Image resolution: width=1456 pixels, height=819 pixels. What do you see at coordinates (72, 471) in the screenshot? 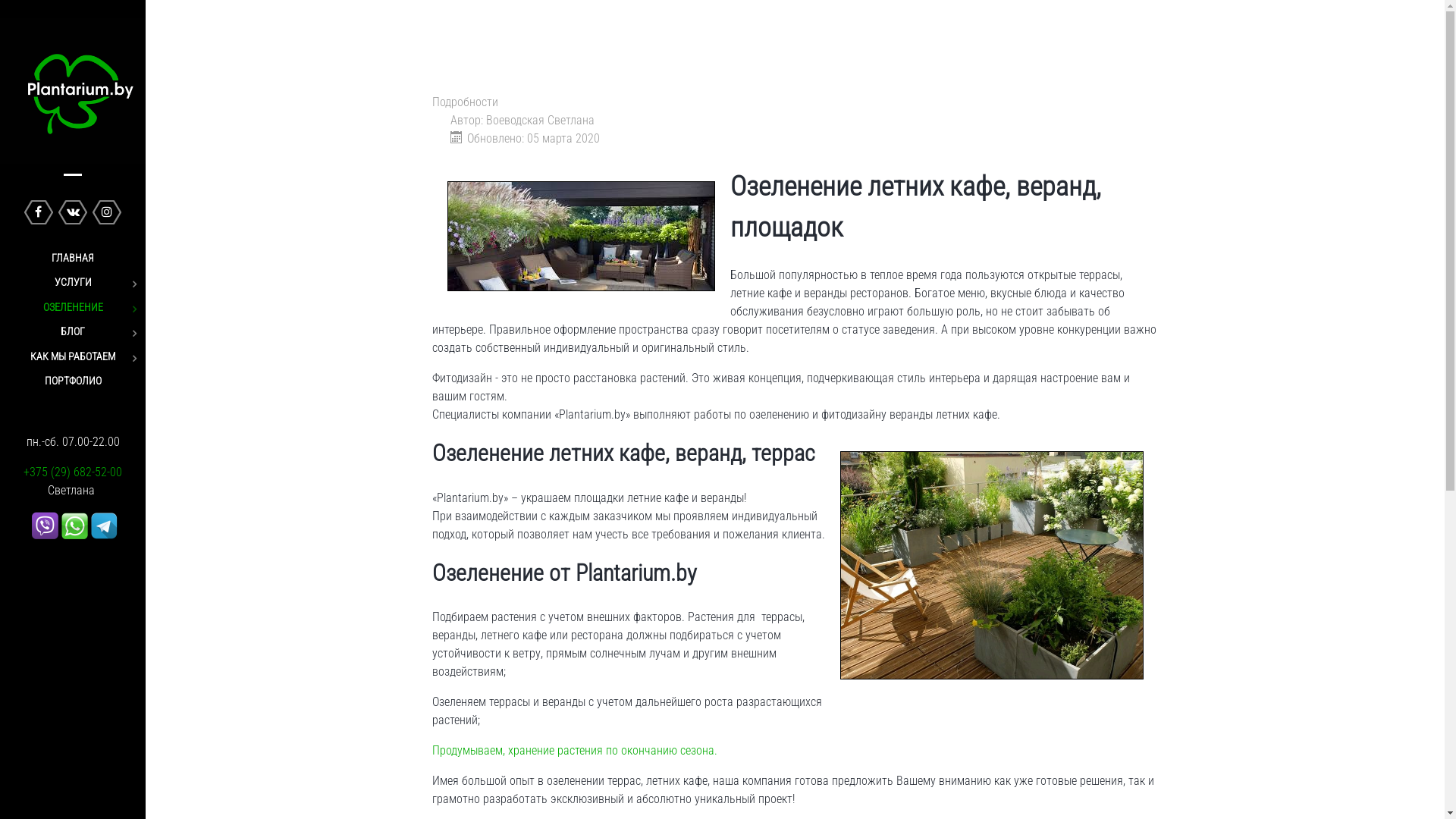
I see `'+375 (29) 682-52-00'` at bounding box center [72, 471].